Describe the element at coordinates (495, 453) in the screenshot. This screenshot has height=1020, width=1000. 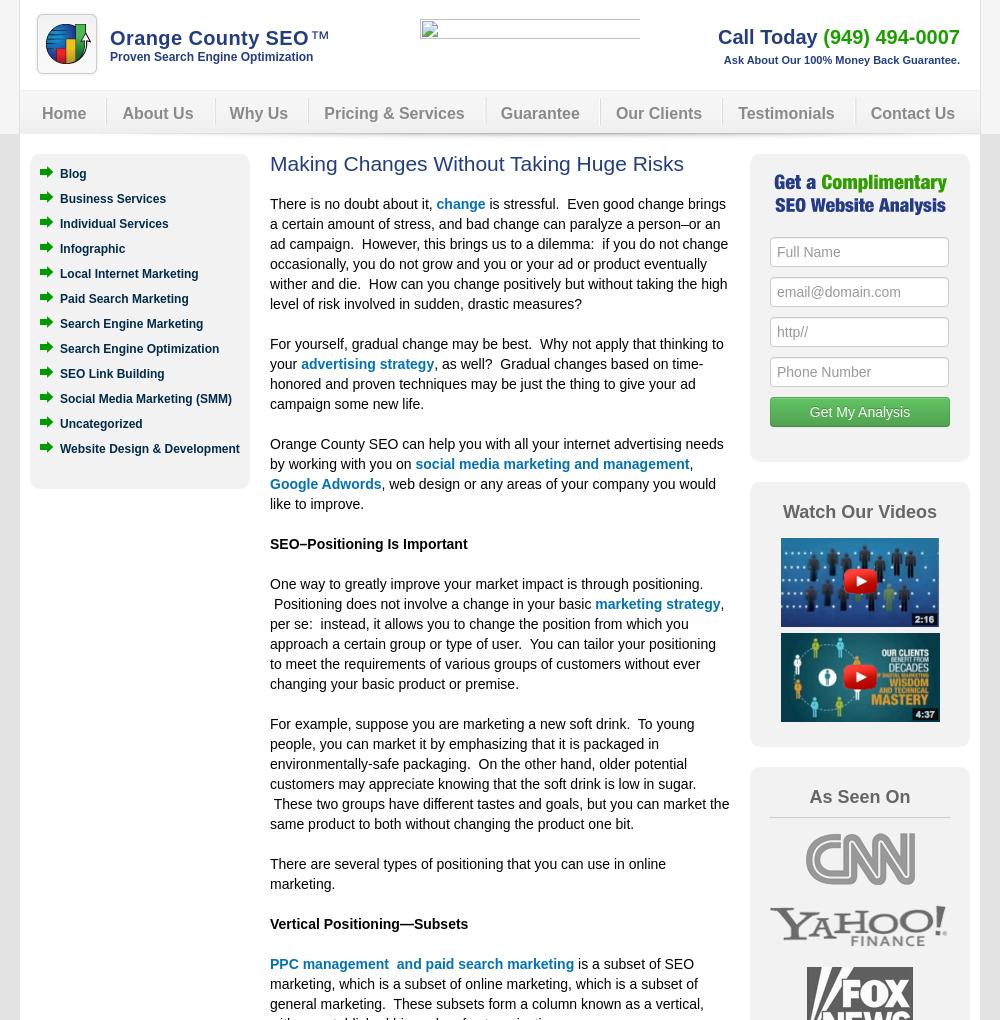
I see `'Orange County SEO can help you with all your internet advertising needs by working with you on'` at that location.